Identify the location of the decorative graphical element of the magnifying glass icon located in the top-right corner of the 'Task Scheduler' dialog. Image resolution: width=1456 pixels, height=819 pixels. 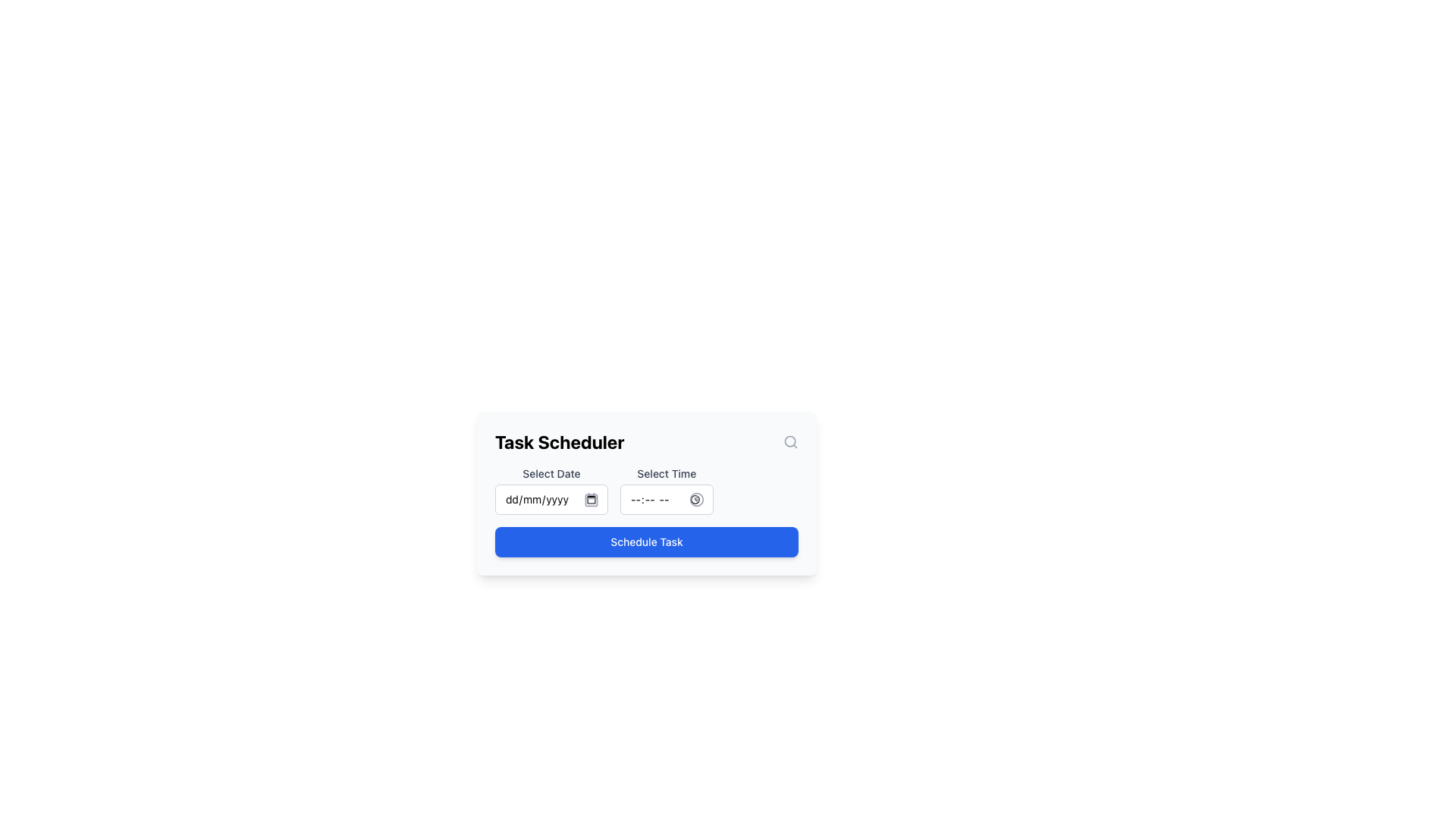
(789, 441).